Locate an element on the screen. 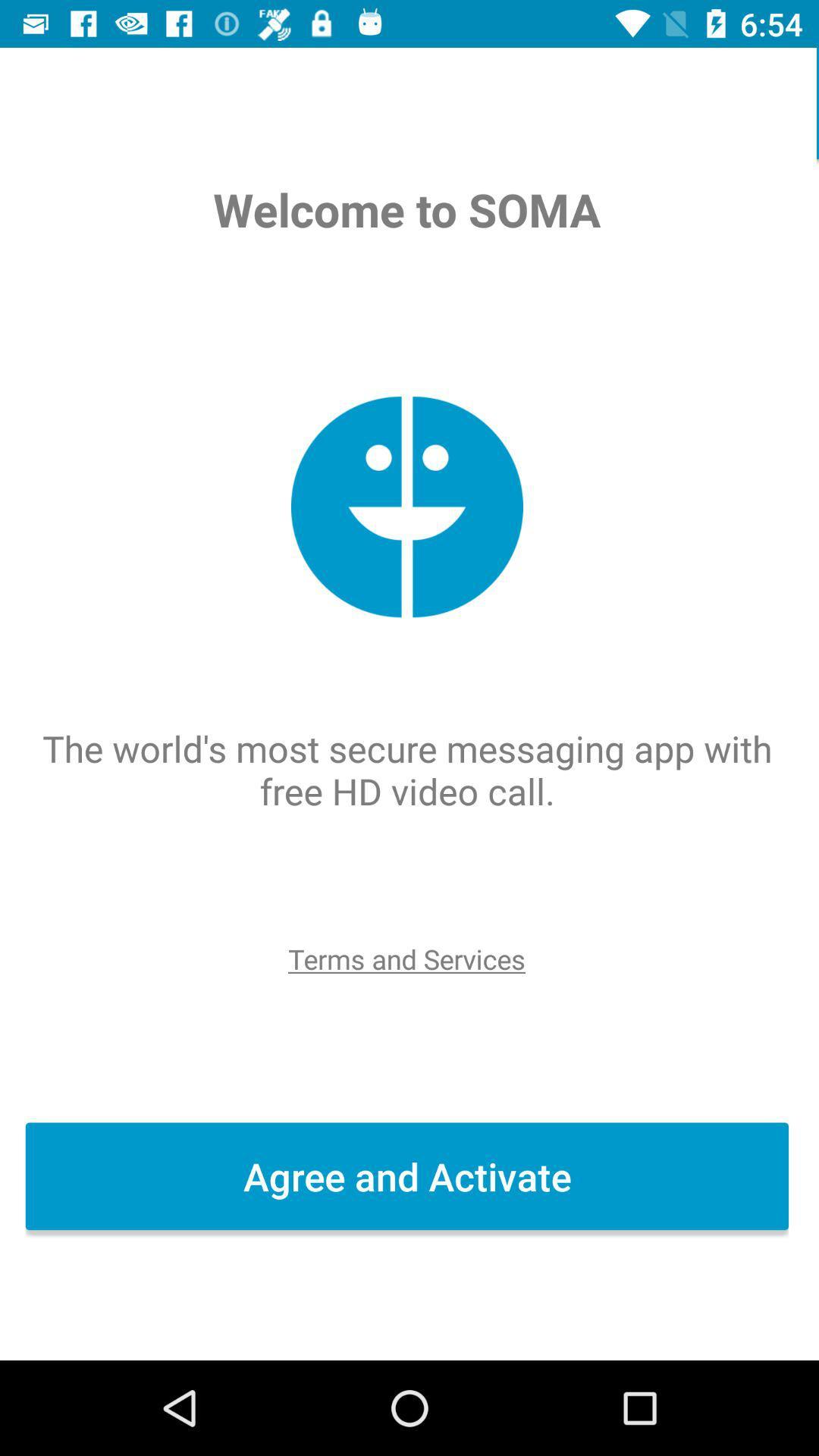 The width and height of the screenshot is (819, 1456). agree and activate icon is located at coordinates (409, 1175).